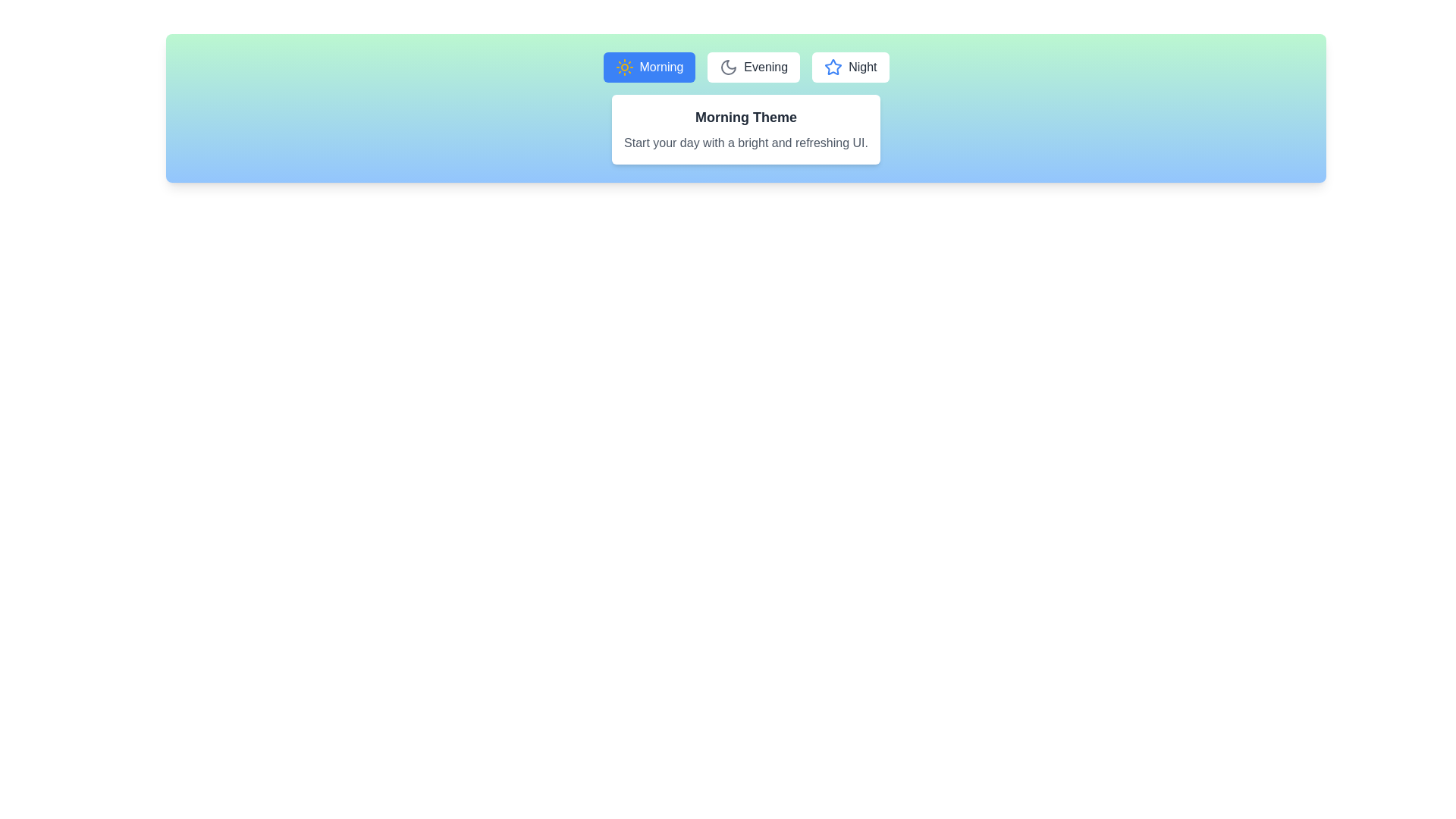  I want to click on the Evening tab to activate it, so click(754, 66).